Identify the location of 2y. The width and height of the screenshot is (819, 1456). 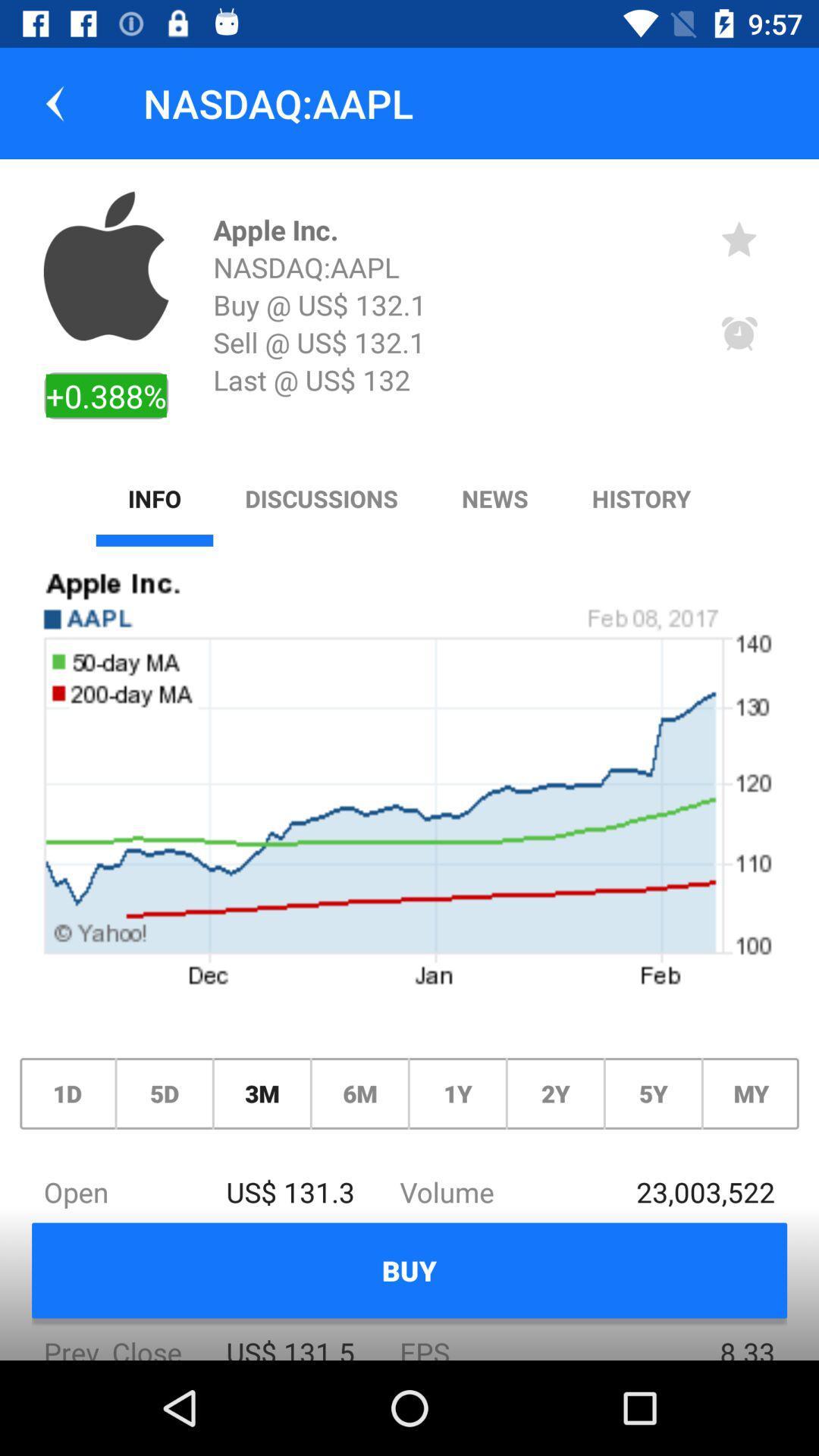
(555, 1094).